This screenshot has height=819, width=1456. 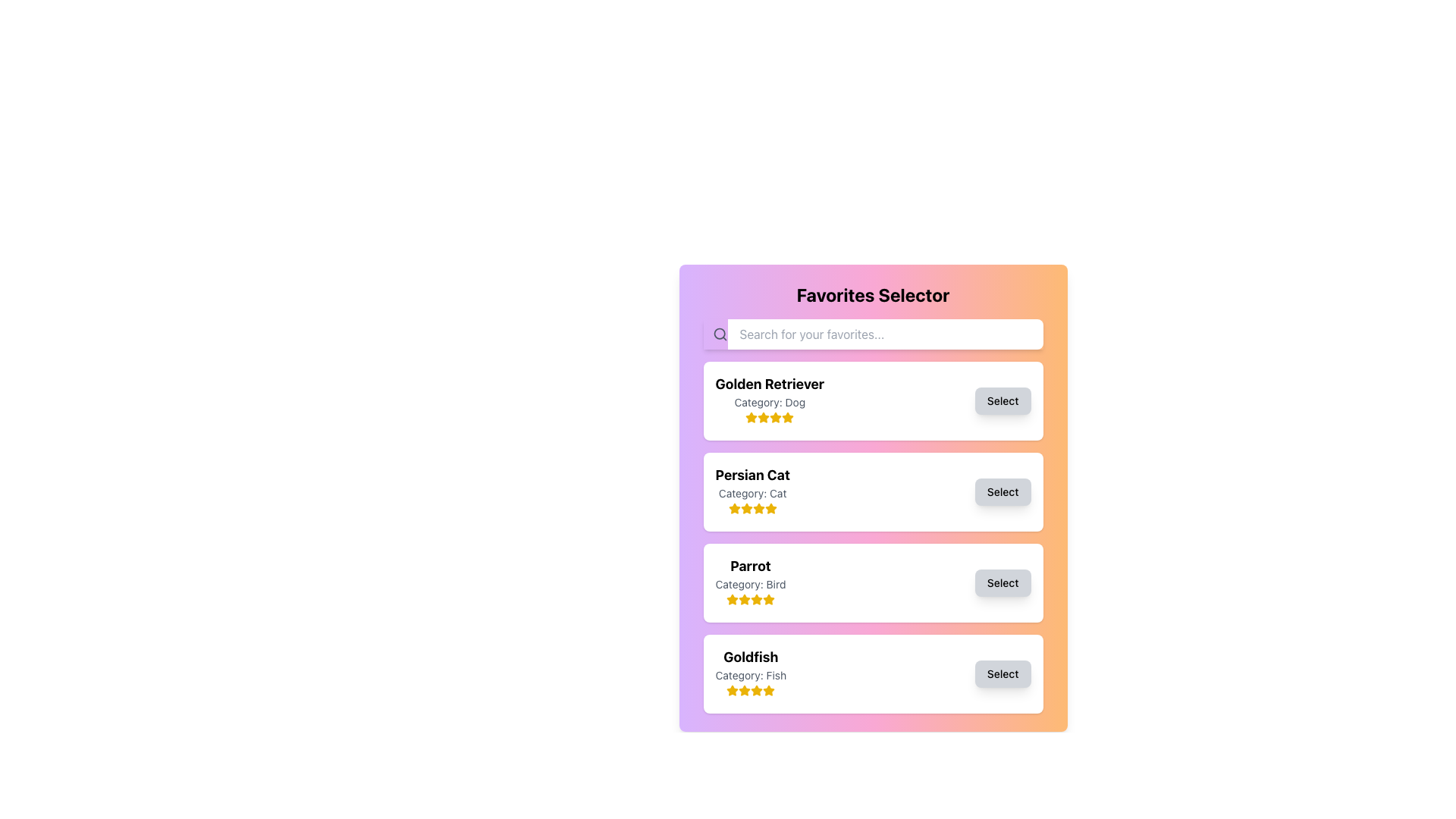 What do you see at coordinates (776, 417) in the screenshot?
I see `the third star-shaped icon with a yellow fill located beneath the 'Golden Retriever' text and above the 'Category: Dog' description` at bounding box center [776, 417].